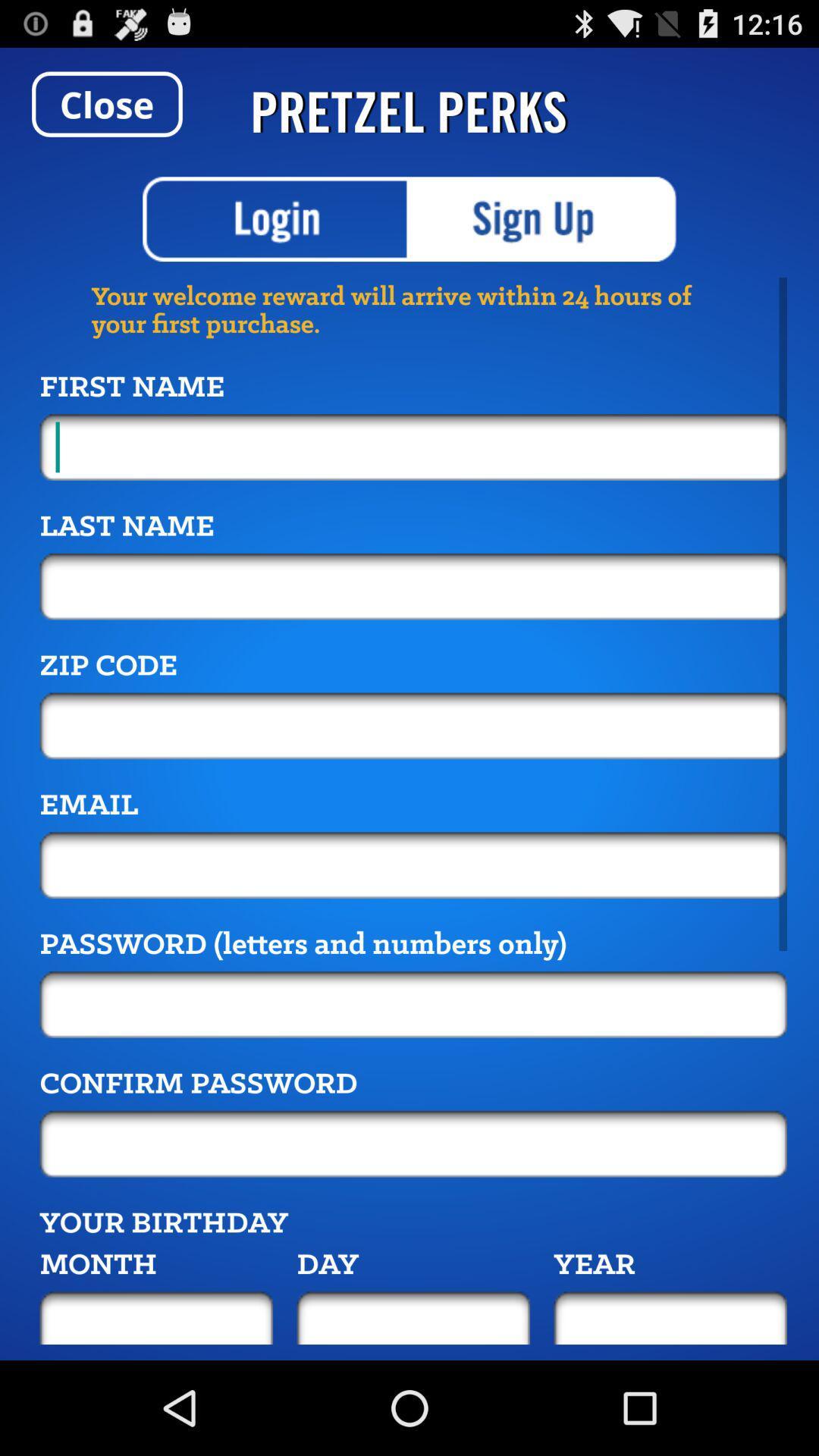 The height and width of the screenshot is (1456, 819). Describe the element at coordinates (413, 1144) in the screenshot. I see `type in your new password here the same as the box before` at that location.